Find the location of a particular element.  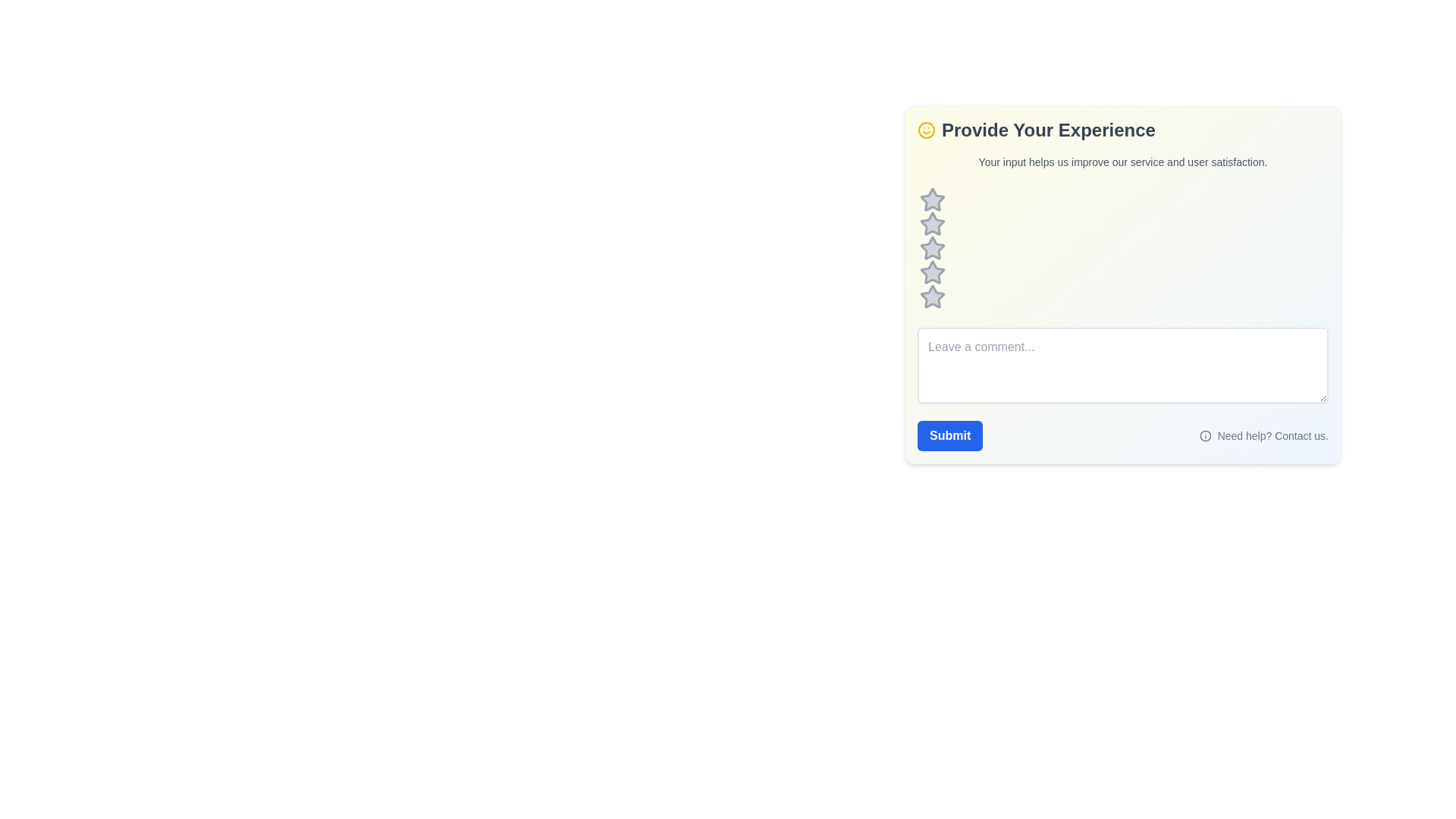

the decorative icon positioned to the left of the 'Provide Your Experience' text at the top of the feedback form is located at coordinates (926, 130).